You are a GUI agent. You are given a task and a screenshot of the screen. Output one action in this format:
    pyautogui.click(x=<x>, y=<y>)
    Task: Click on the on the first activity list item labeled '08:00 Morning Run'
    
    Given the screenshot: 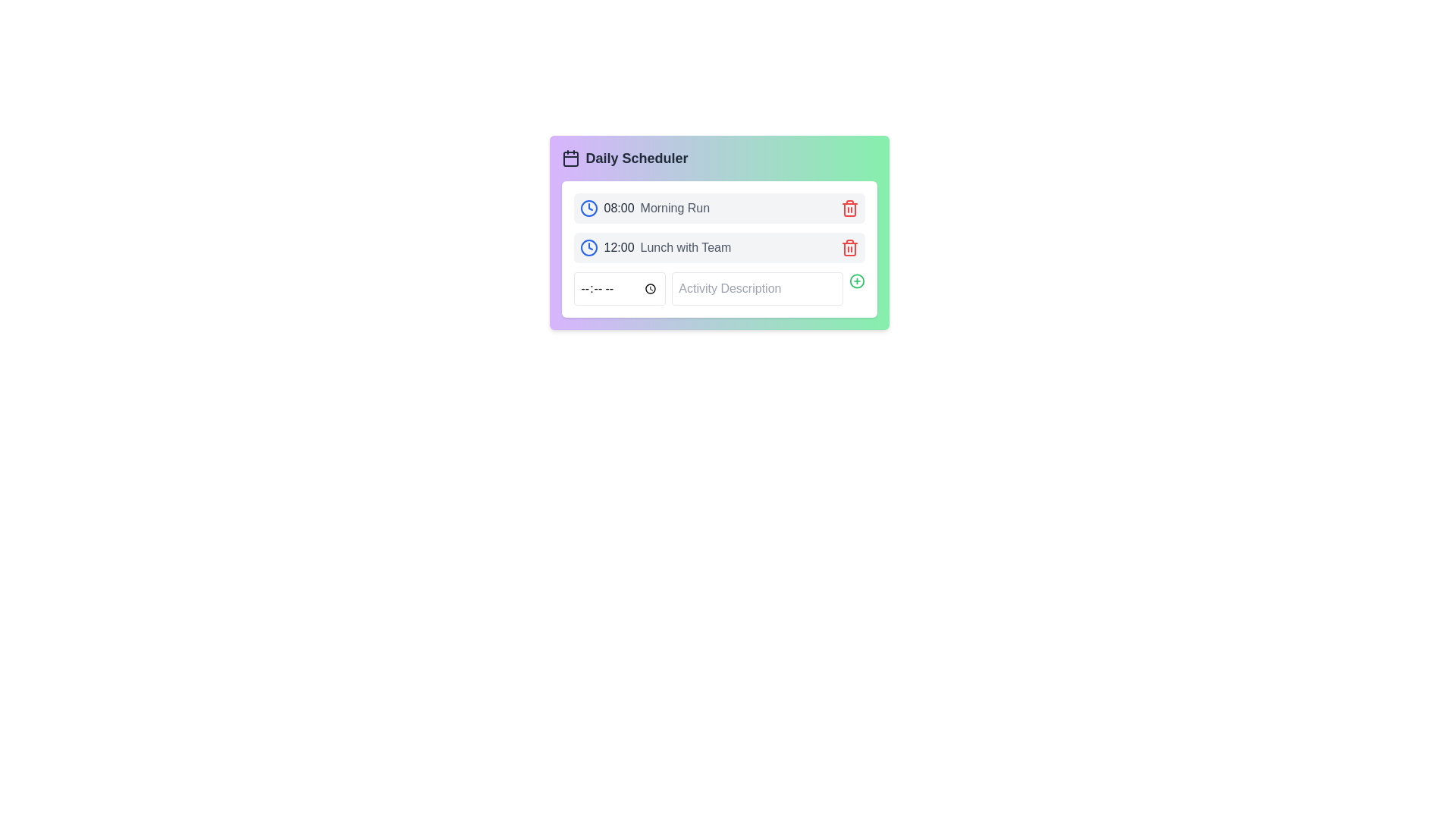 What is the action you would take?
    pyautogui.click(x=718, y=208)
    